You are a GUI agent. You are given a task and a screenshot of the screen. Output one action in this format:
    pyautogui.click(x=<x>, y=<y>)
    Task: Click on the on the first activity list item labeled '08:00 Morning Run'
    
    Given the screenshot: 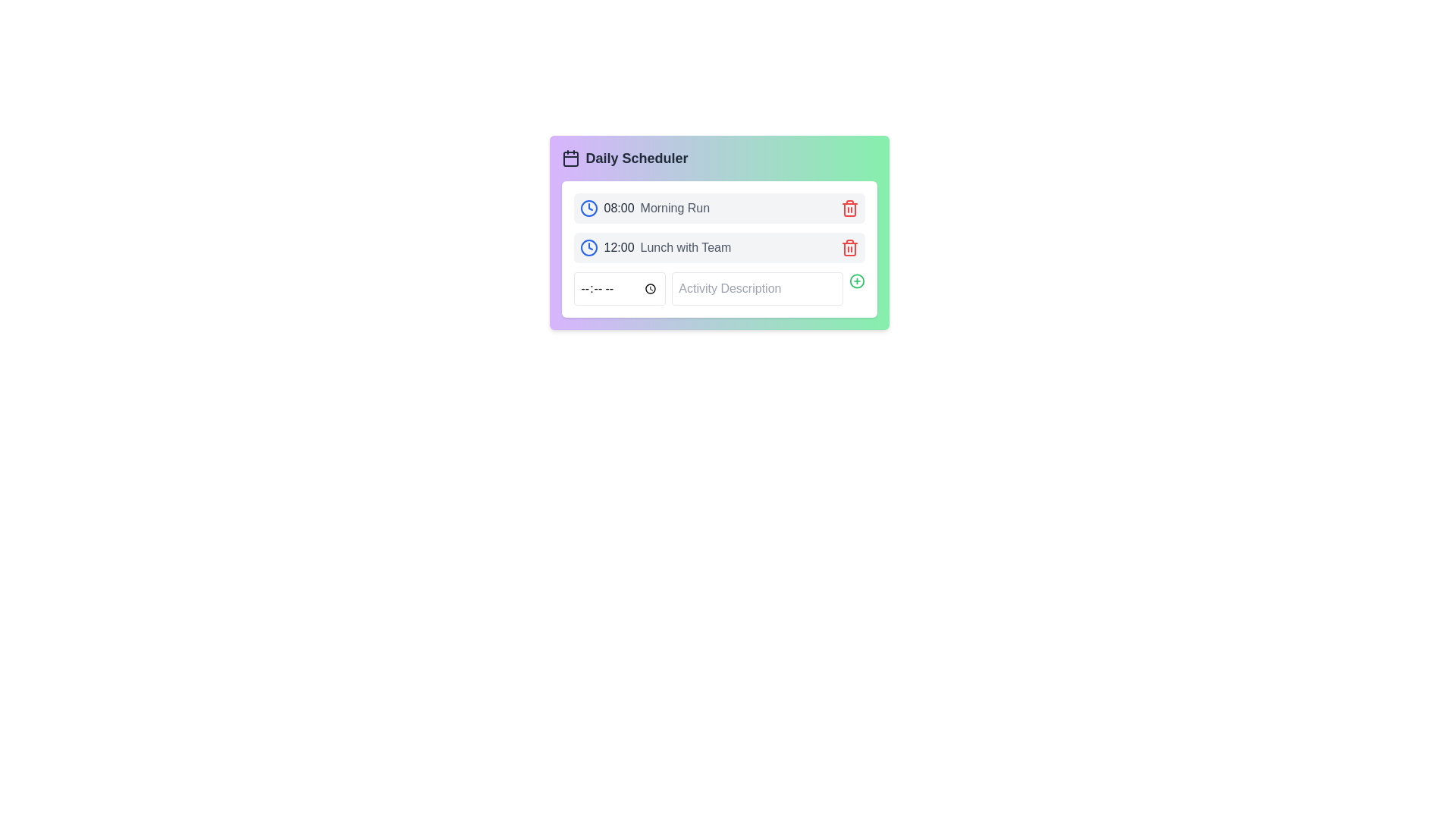 What is the action you would take?
    pyautogui.click(x=718, y=208)
    